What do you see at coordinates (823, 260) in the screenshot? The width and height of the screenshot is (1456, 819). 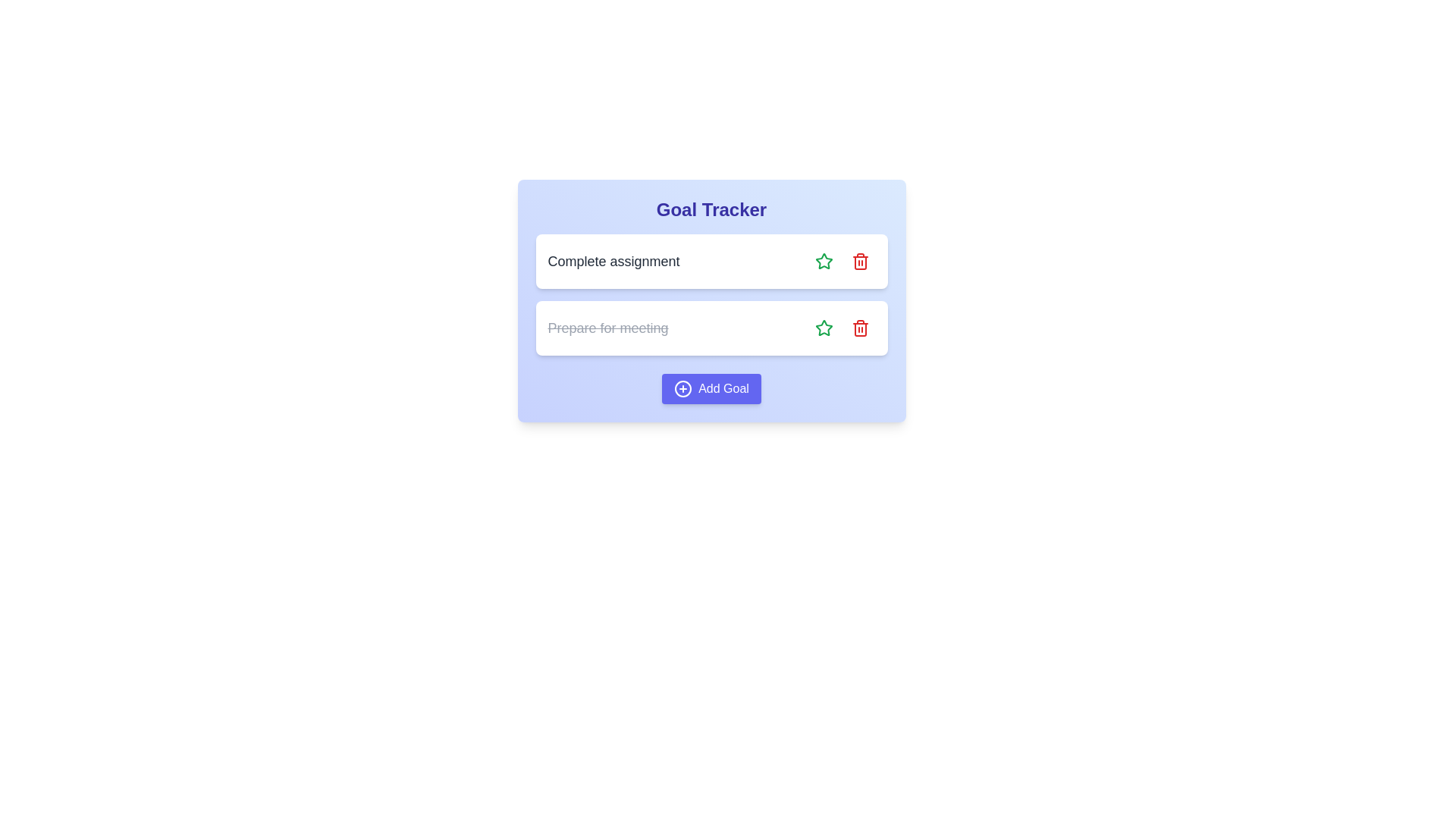 I see `the star icon in the button group that marks the second task entry` at bounding box center [823, 260].